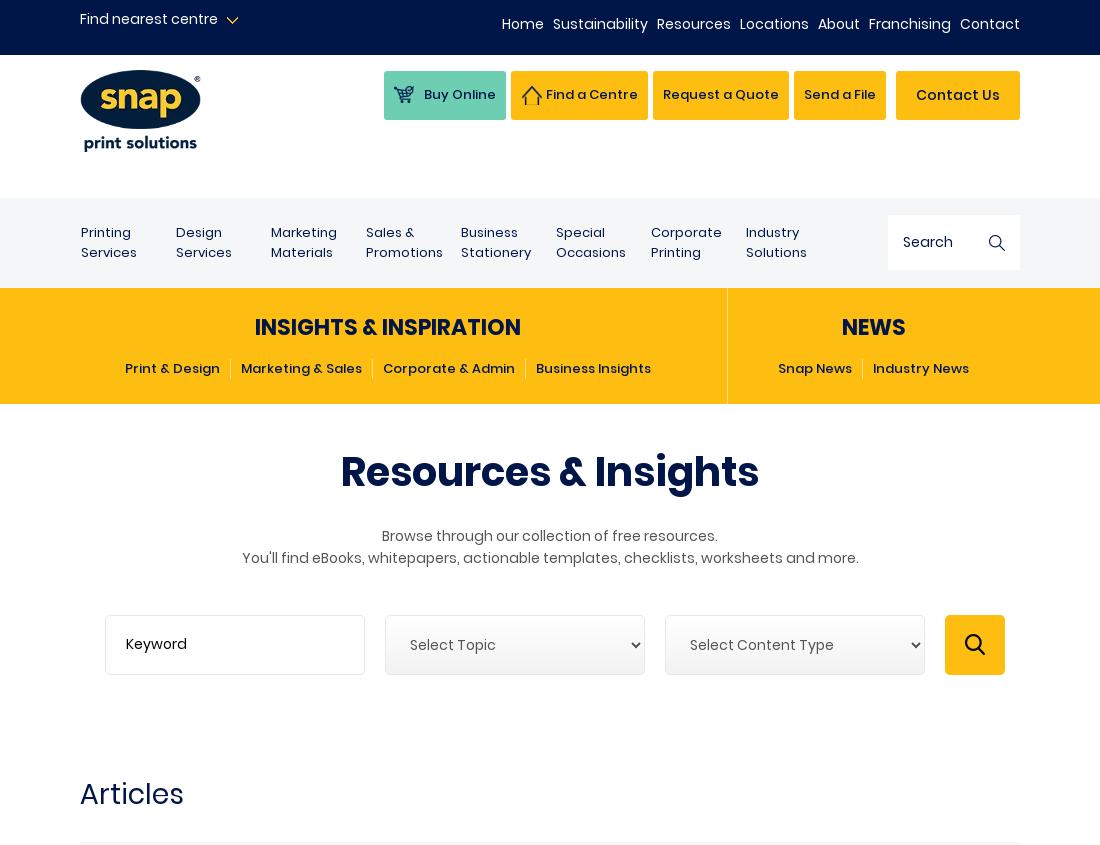  I want to click on 'Find a Centre', so click(591, 102).